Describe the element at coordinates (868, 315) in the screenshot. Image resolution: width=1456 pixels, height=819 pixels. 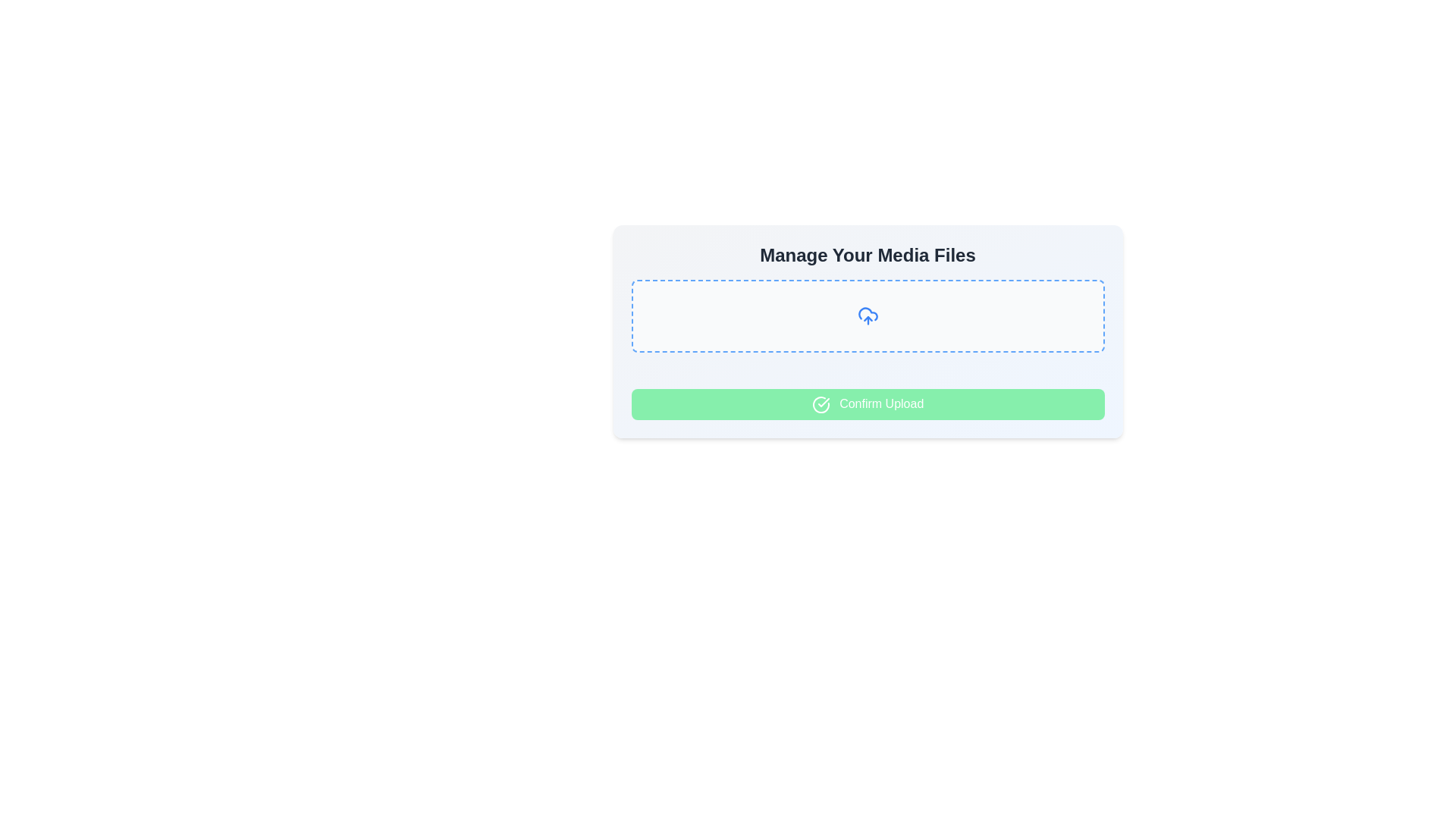
I see `the cloud upload icon, which serves as a visual indicator for uploading files to cloud storage, located at the center of the dashed rectangular area within the 'Manage Your Media Files' box` at that location.